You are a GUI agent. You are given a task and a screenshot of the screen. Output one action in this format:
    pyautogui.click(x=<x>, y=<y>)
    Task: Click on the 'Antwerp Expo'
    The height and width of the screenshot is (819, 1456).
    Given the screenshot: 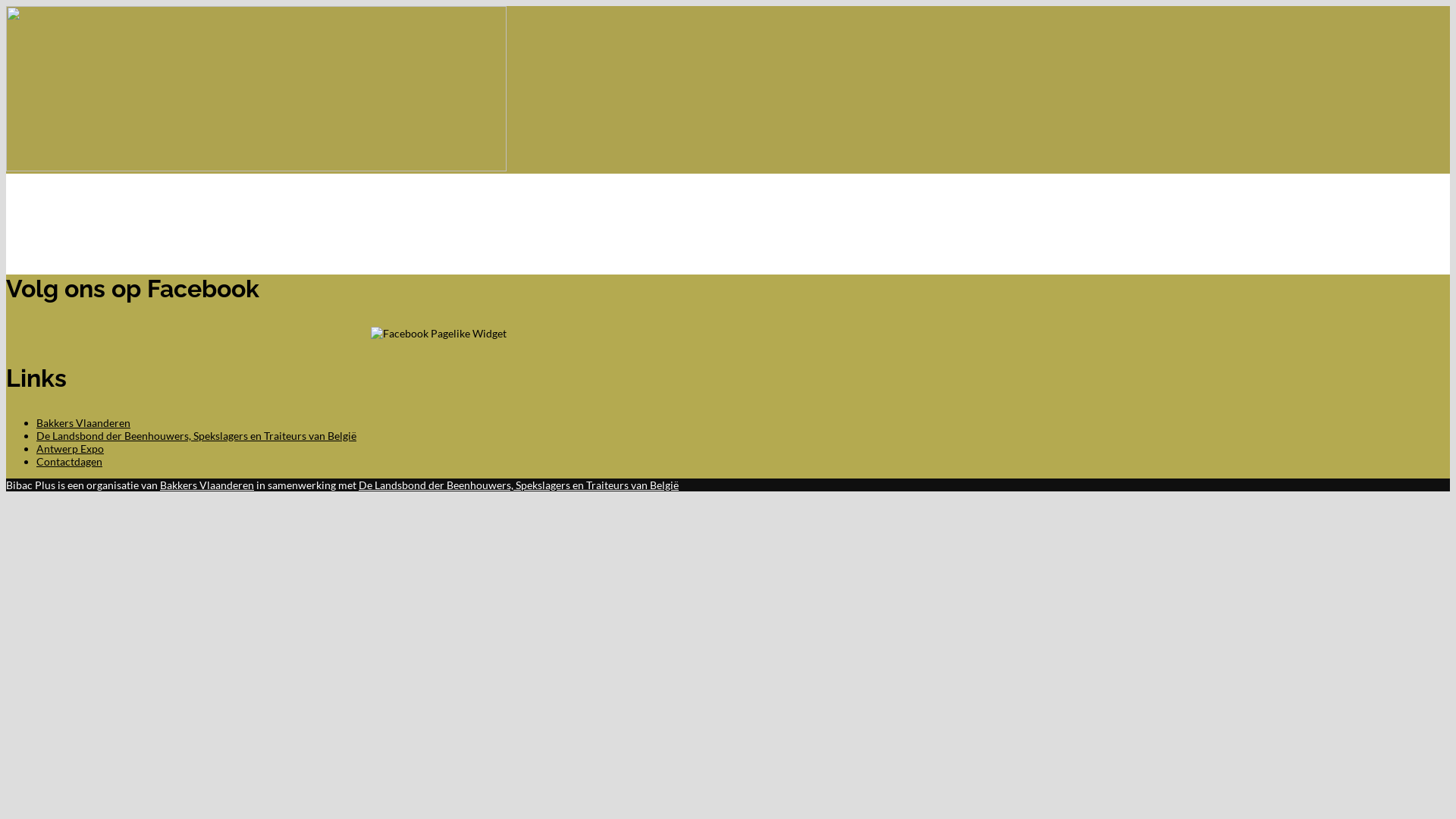 What is the action you would take?
    pyautogui.click(x=69, y=447)
    